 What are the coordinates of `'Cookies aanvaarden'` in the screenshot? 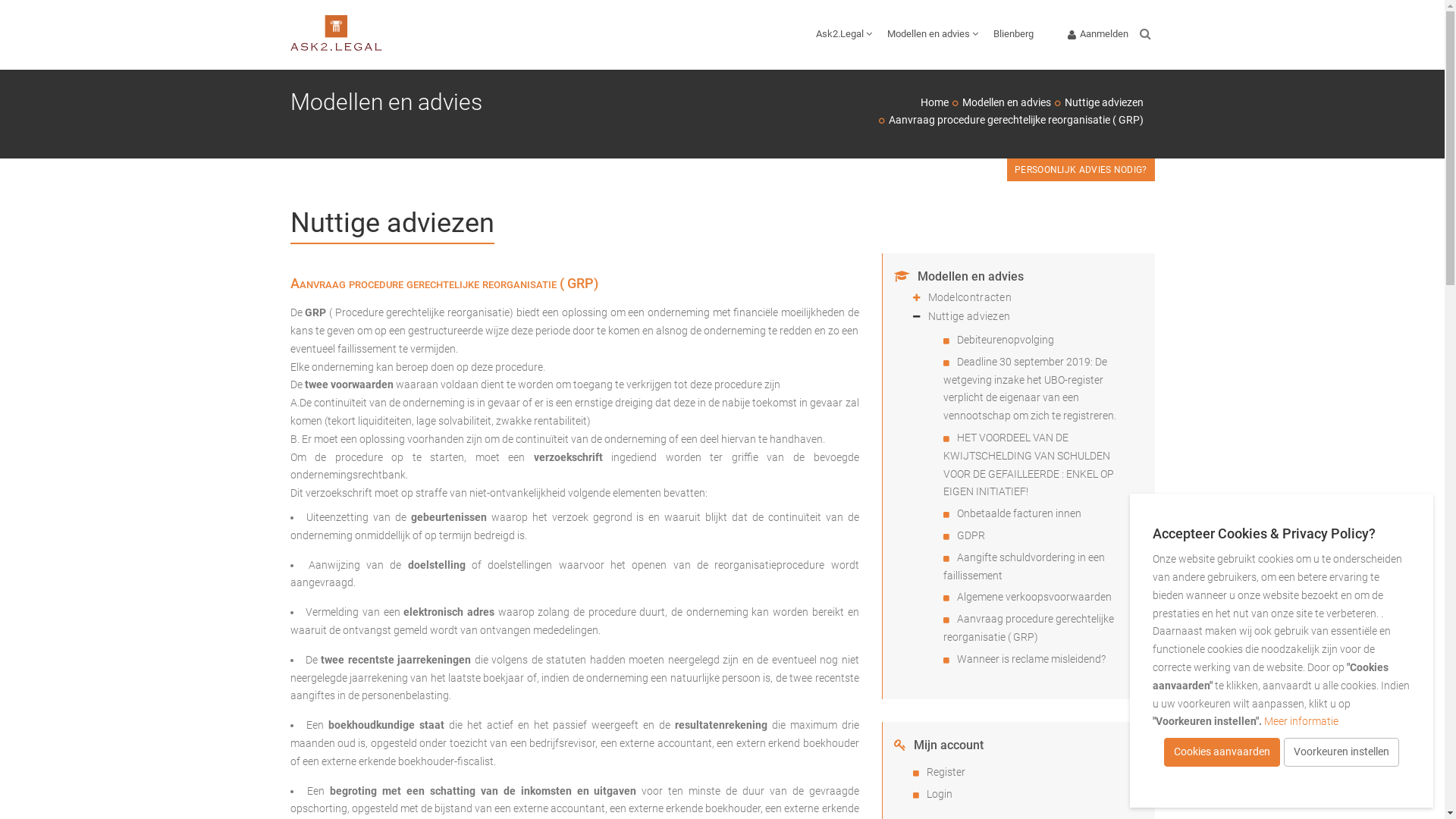 It's located at (1222, 752).